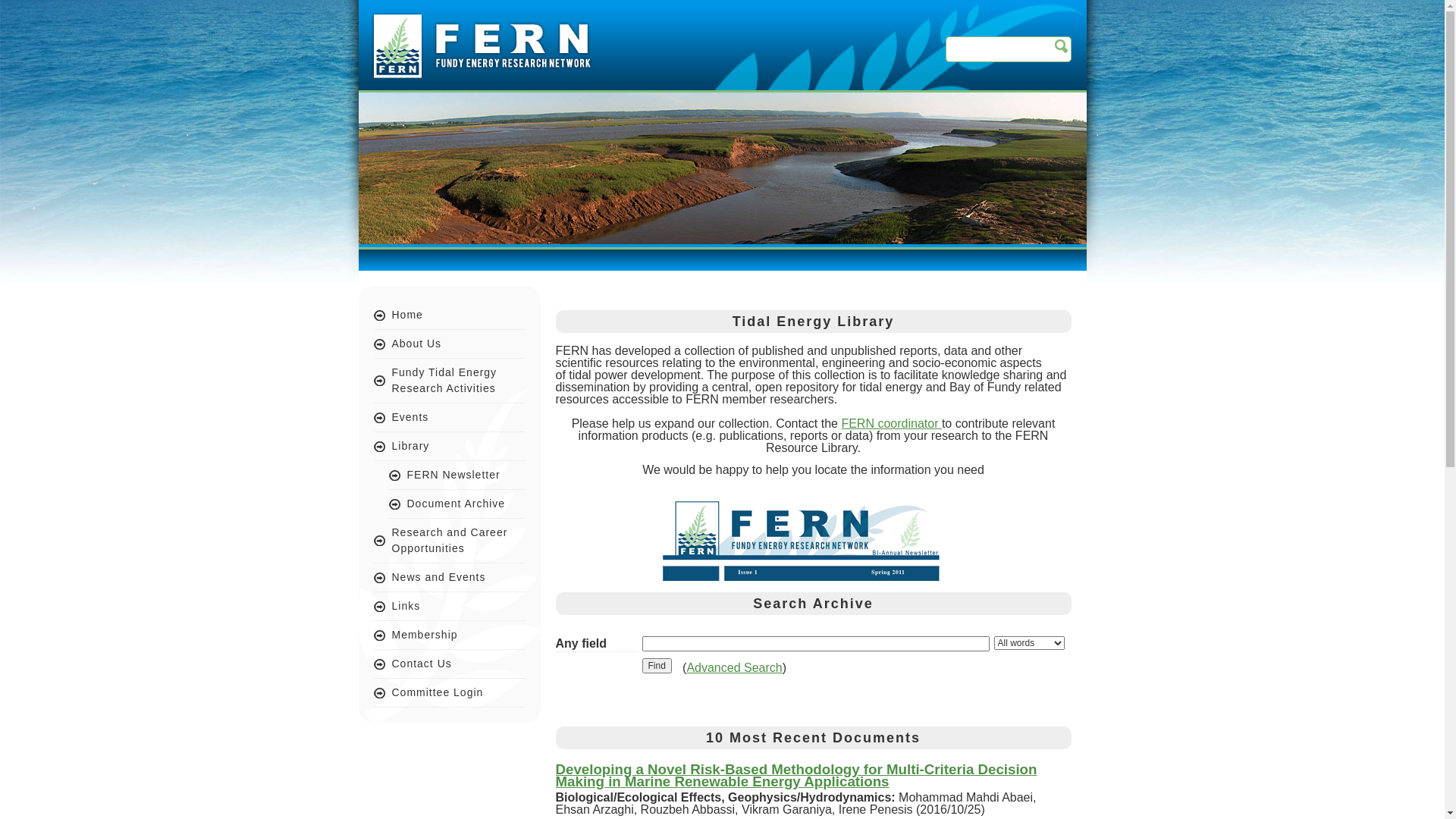  I want to click on 'Research and Career Opportunities', so click(447, 540).